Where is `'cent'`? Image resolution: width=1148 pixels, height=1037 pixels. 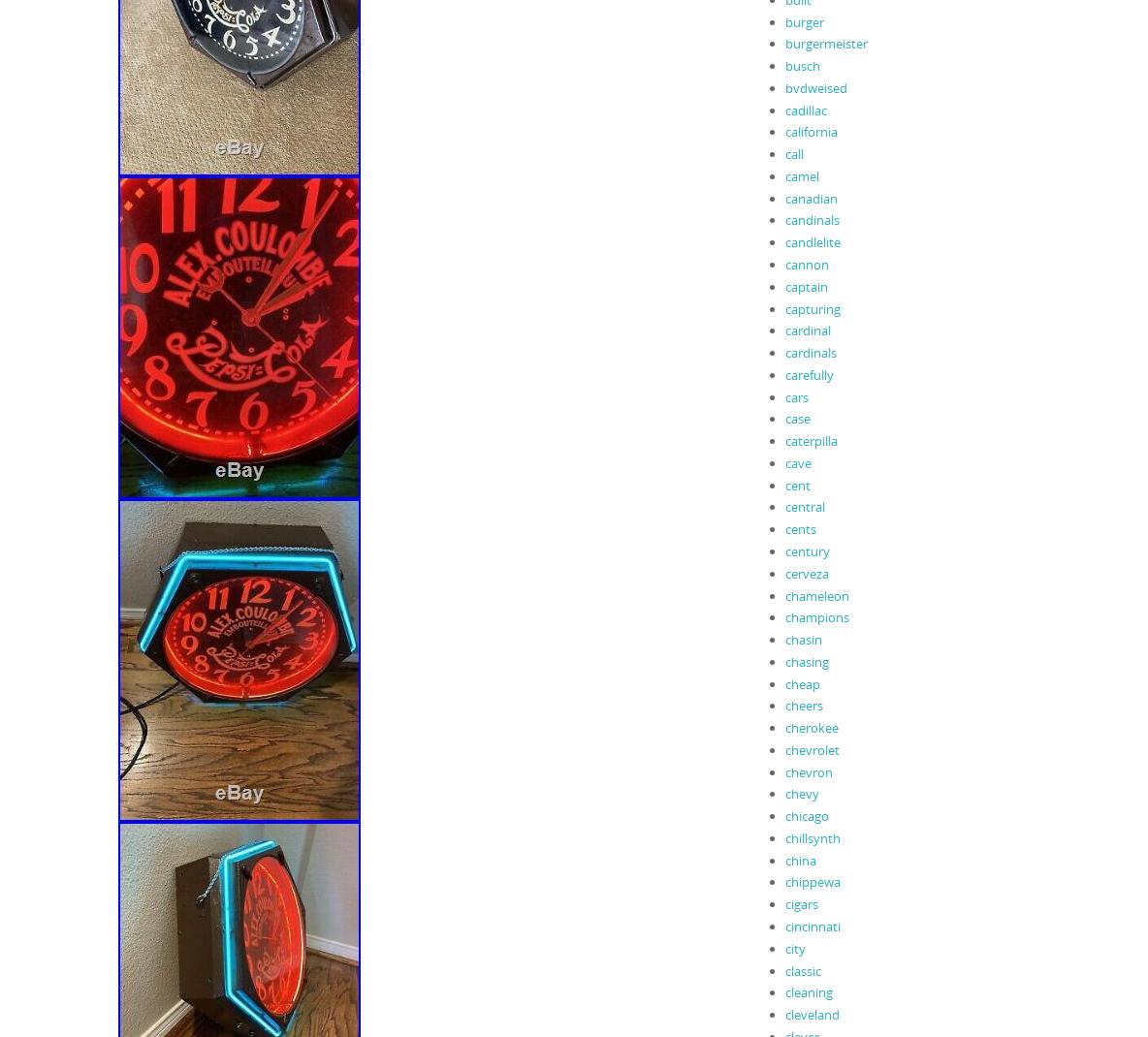
'cent' is located at coordinates (797, 485).